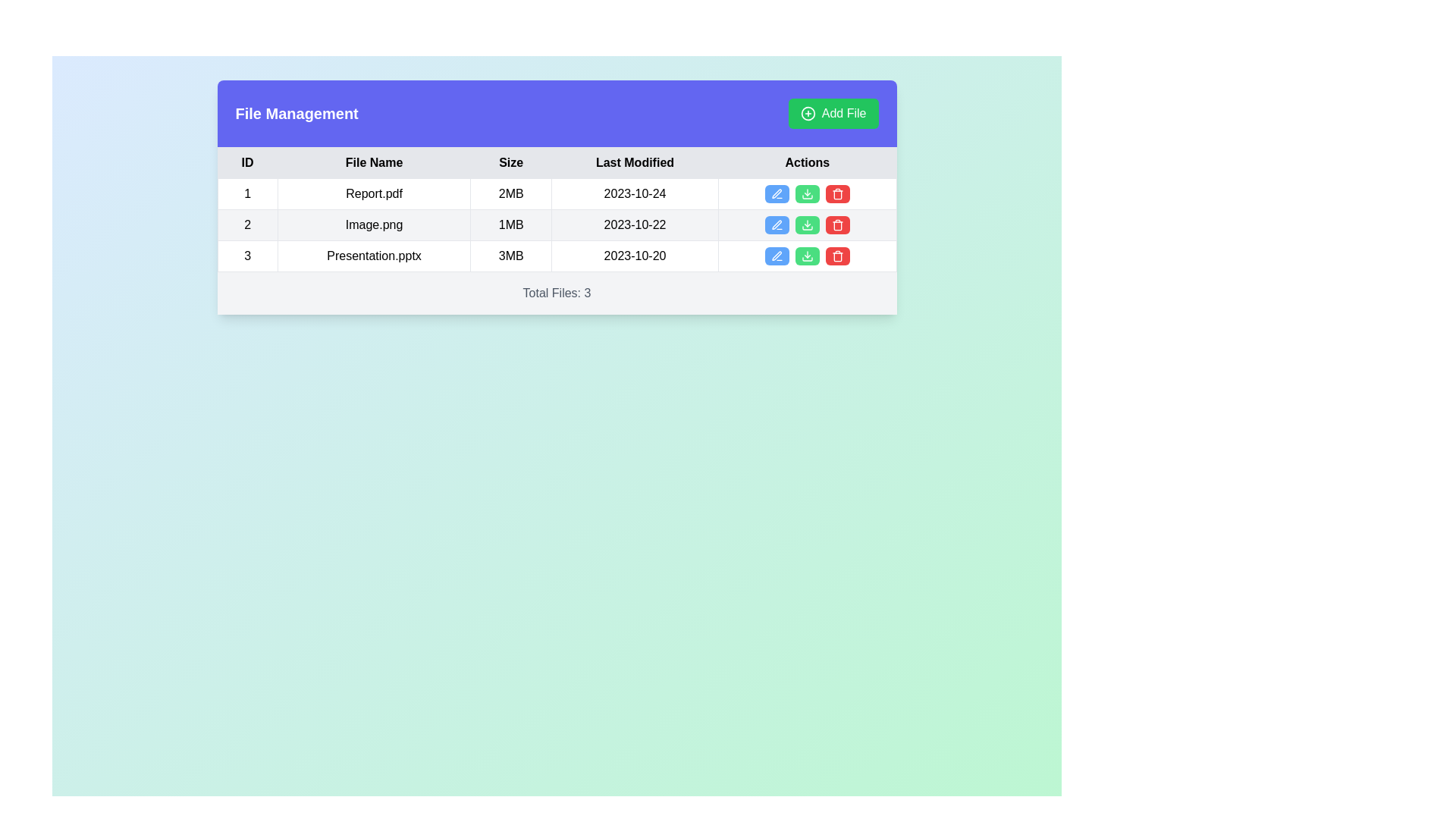  Describe the element at coordinates (806, 193) in the screenshot. I see `the download button located in the 'Actions' column of the first row in the file information table` at that location.